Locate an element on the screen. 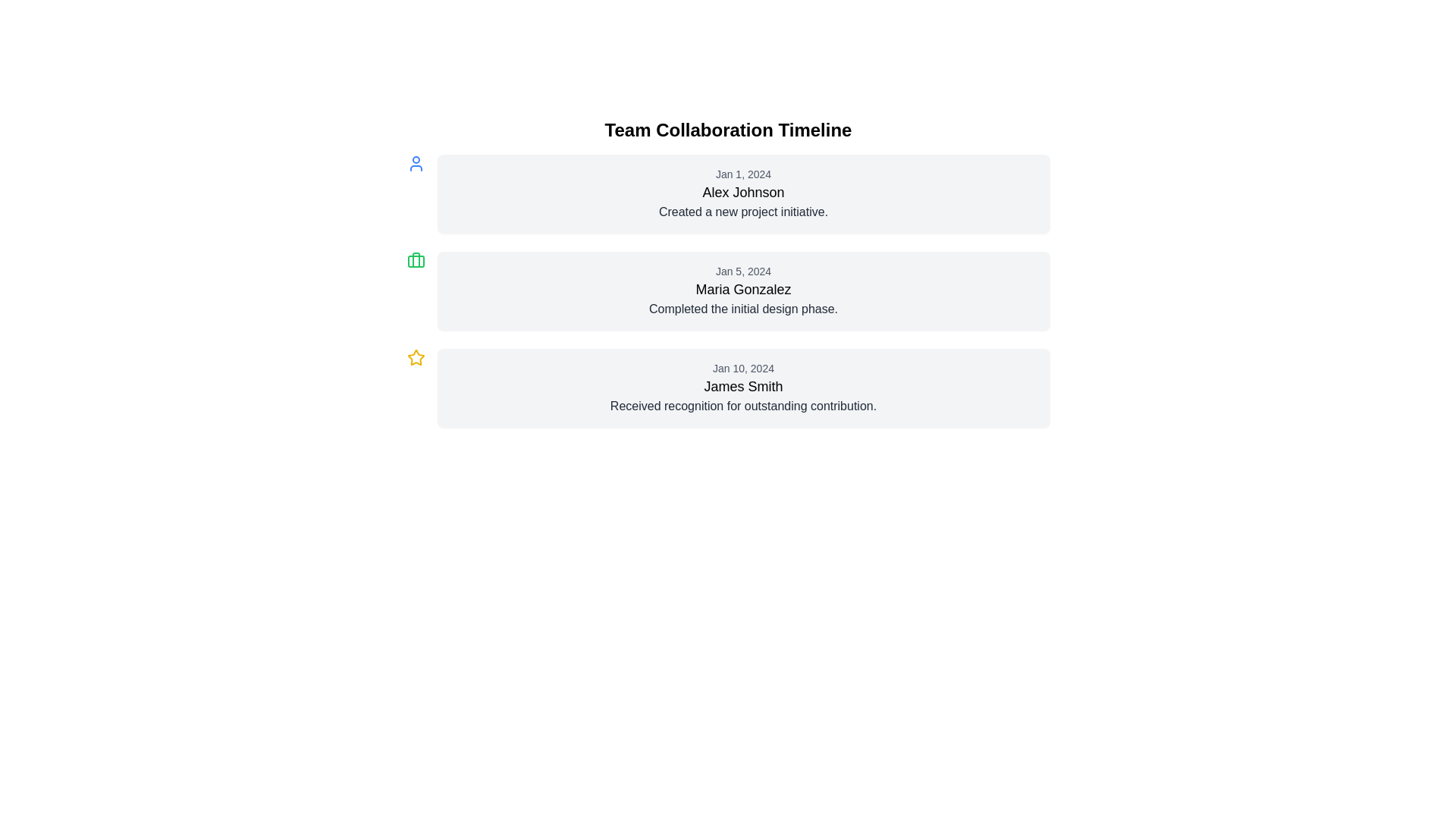 This screenshot has height=819, width=1456. the first notification card in the Team Collaboration Timeline, which displays the username 'Alex Johnson' and includes activity text 'Created a new project initiative.' is located at coordinates (728, 193).